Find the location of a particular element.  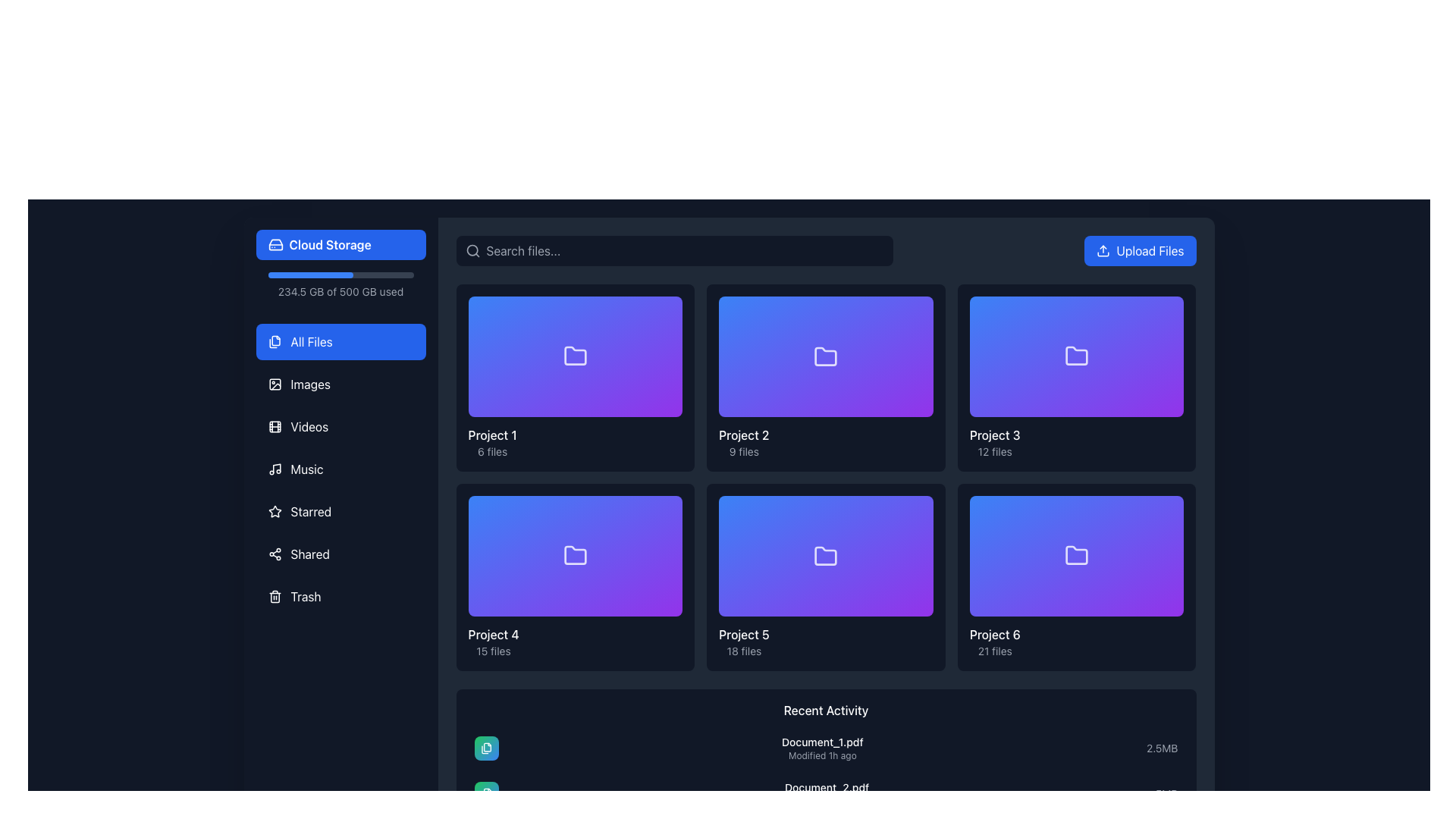

the progress indicator displaying storage usage information located in the left panel below the 'Cloud Storage' label is located at coordinates (340, 286).